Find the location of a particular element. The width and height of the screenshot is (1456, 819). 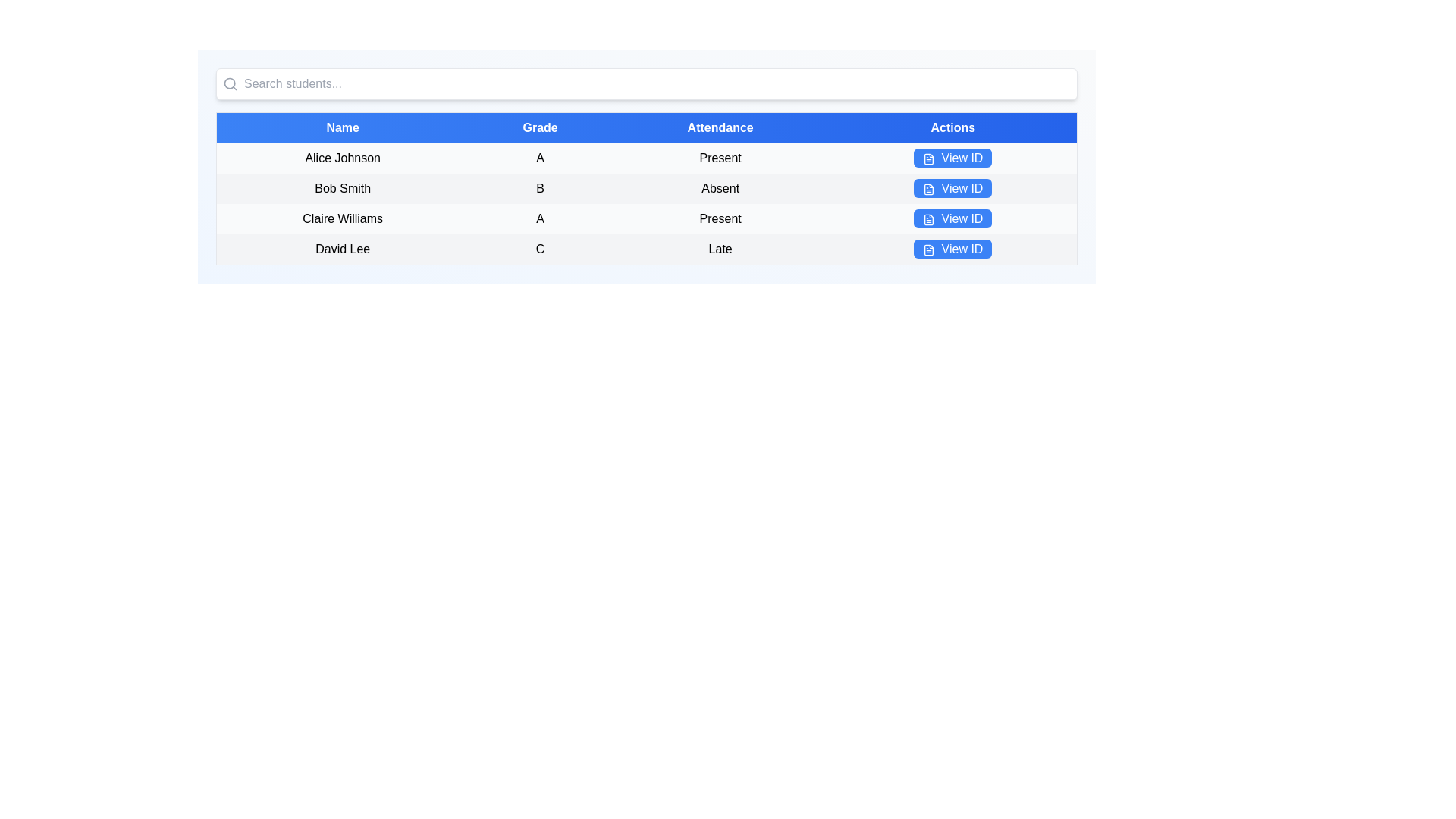

the decorative icon within the second 'View ID' button in the 'Actions' column, which corresponds to 'Bob Smith' is located at coordinates (928, 188).